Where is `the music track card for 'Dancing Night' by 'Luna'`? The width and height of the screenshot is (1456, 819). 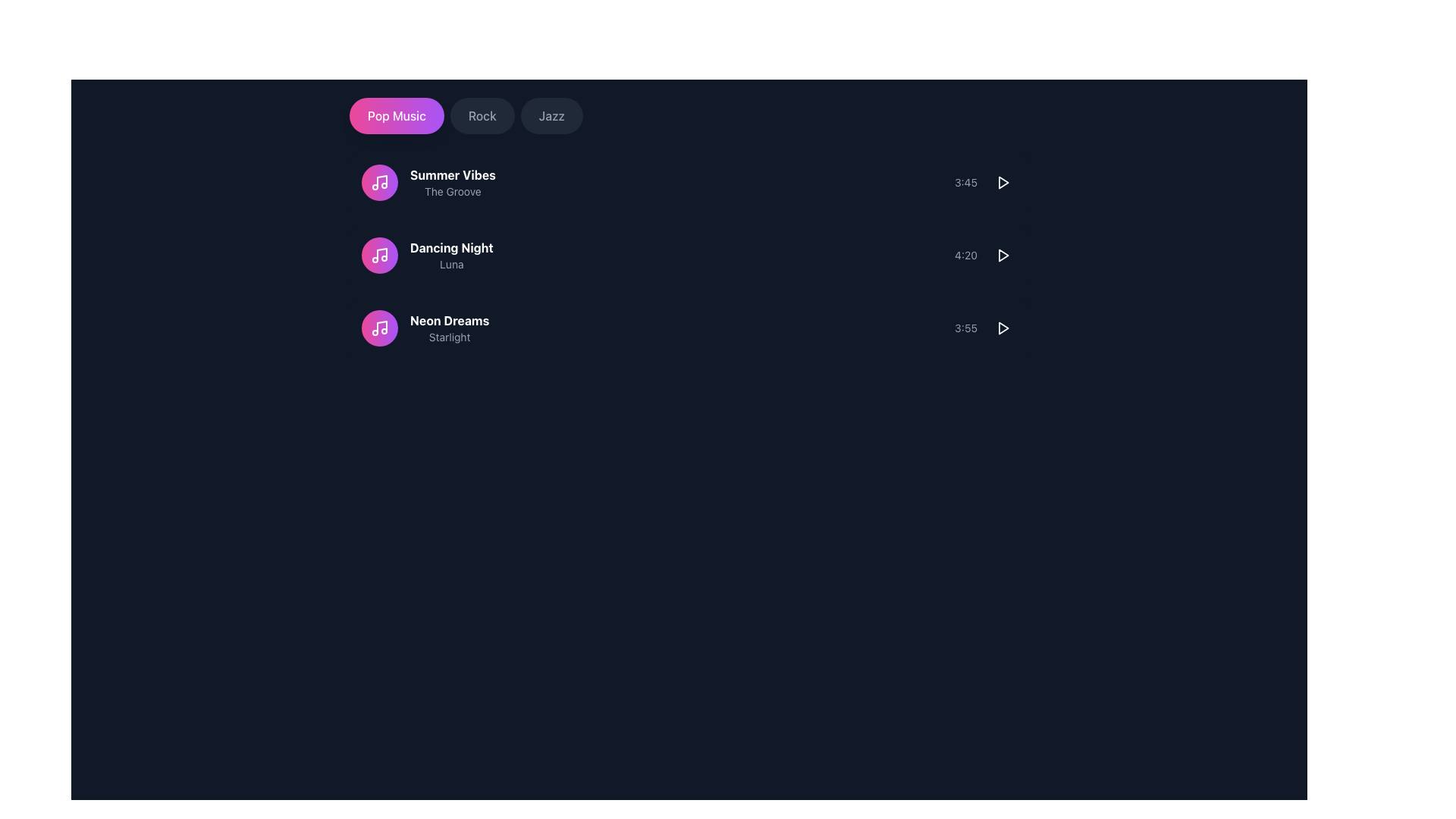
the music track card for 'Dancing Night' by 'Luna' is located at coordinates (688, 254).